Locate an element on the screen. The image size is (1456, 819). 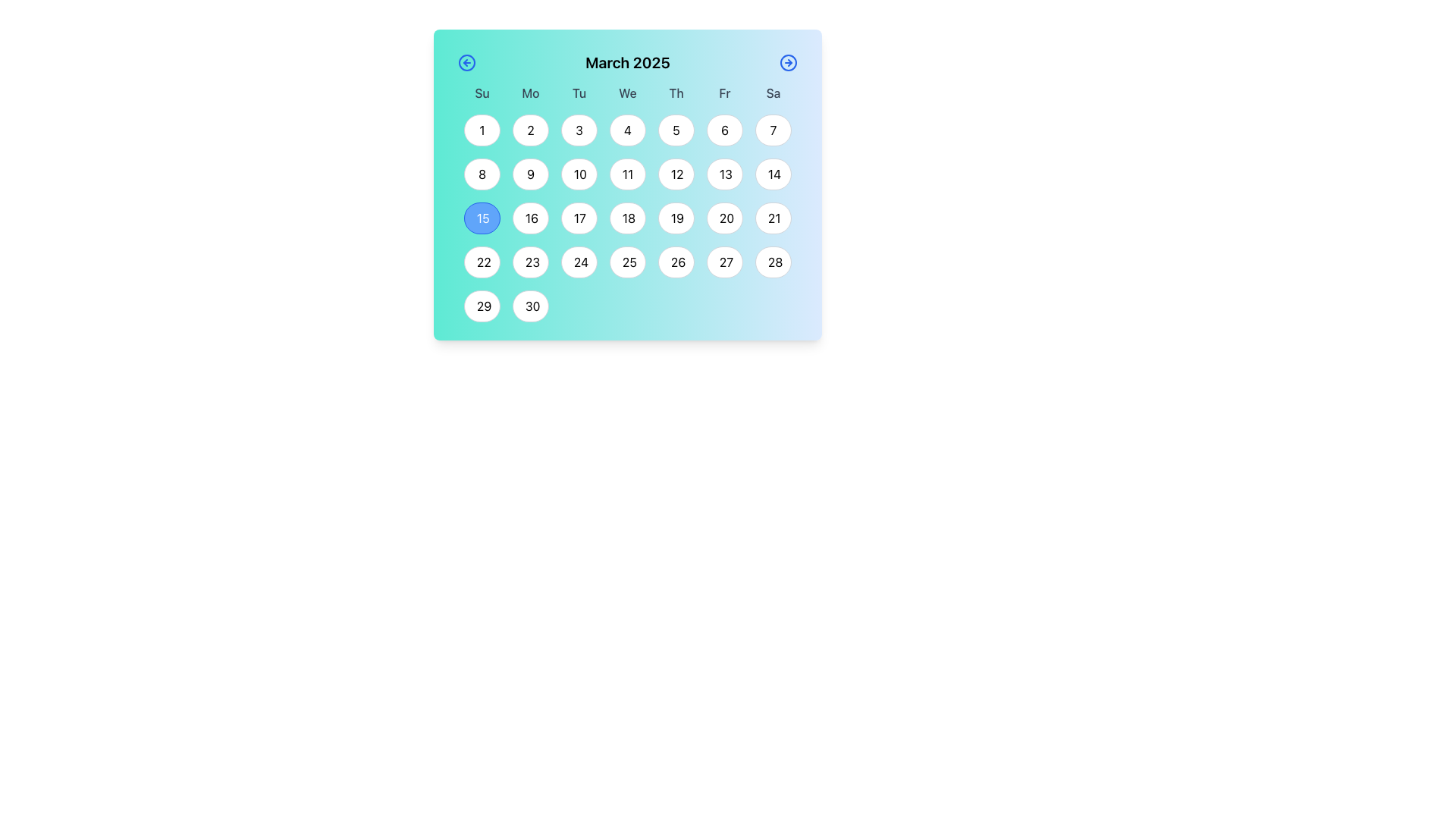
the circular button displaying '30' in bold black text is located at coordinates (531, 306).